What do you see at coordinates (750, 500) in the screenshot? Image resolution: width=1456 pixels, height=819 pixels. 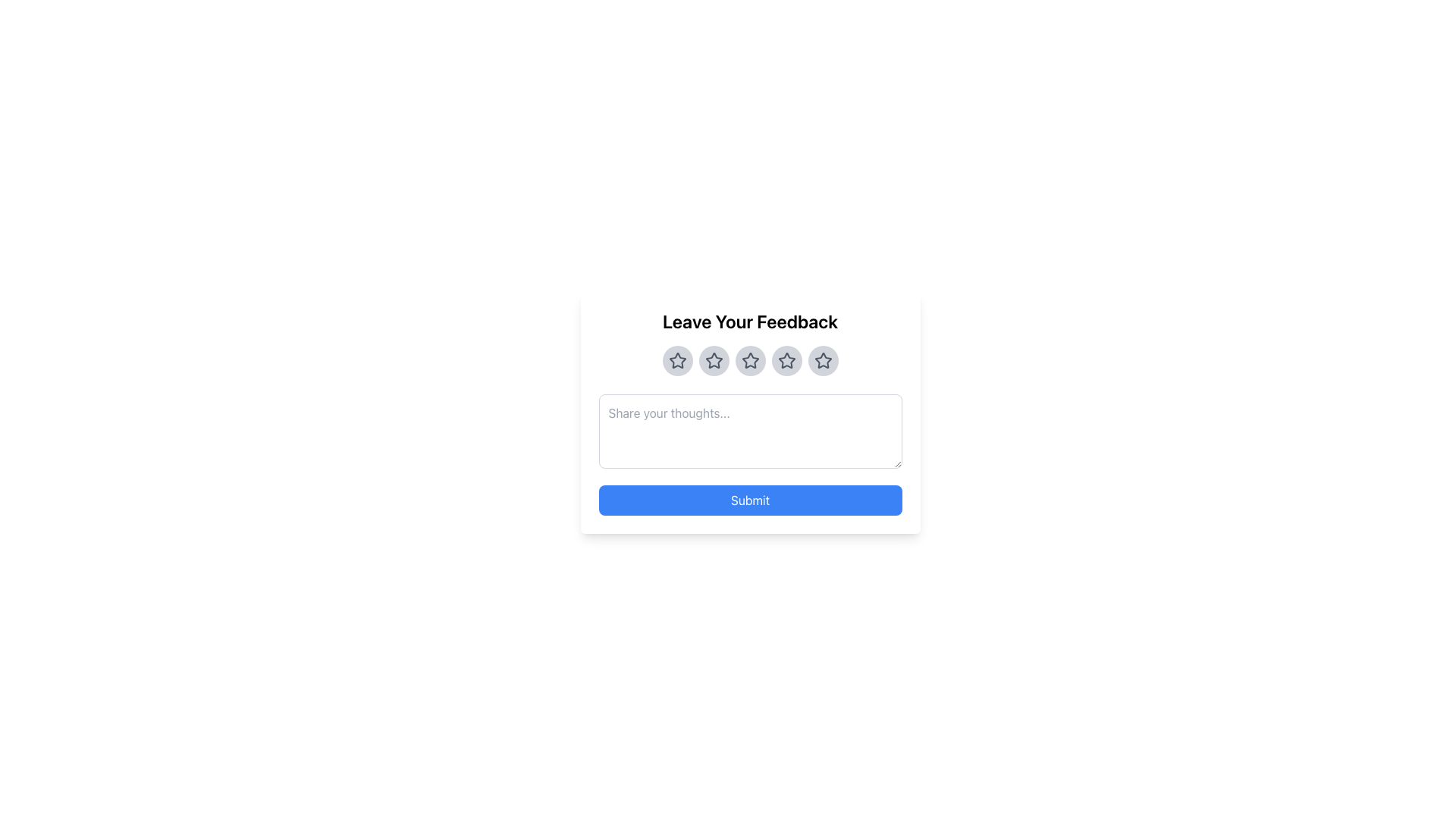 I see `the submit button located at the bottom of the feedback form` at bounding box center [750, 500].